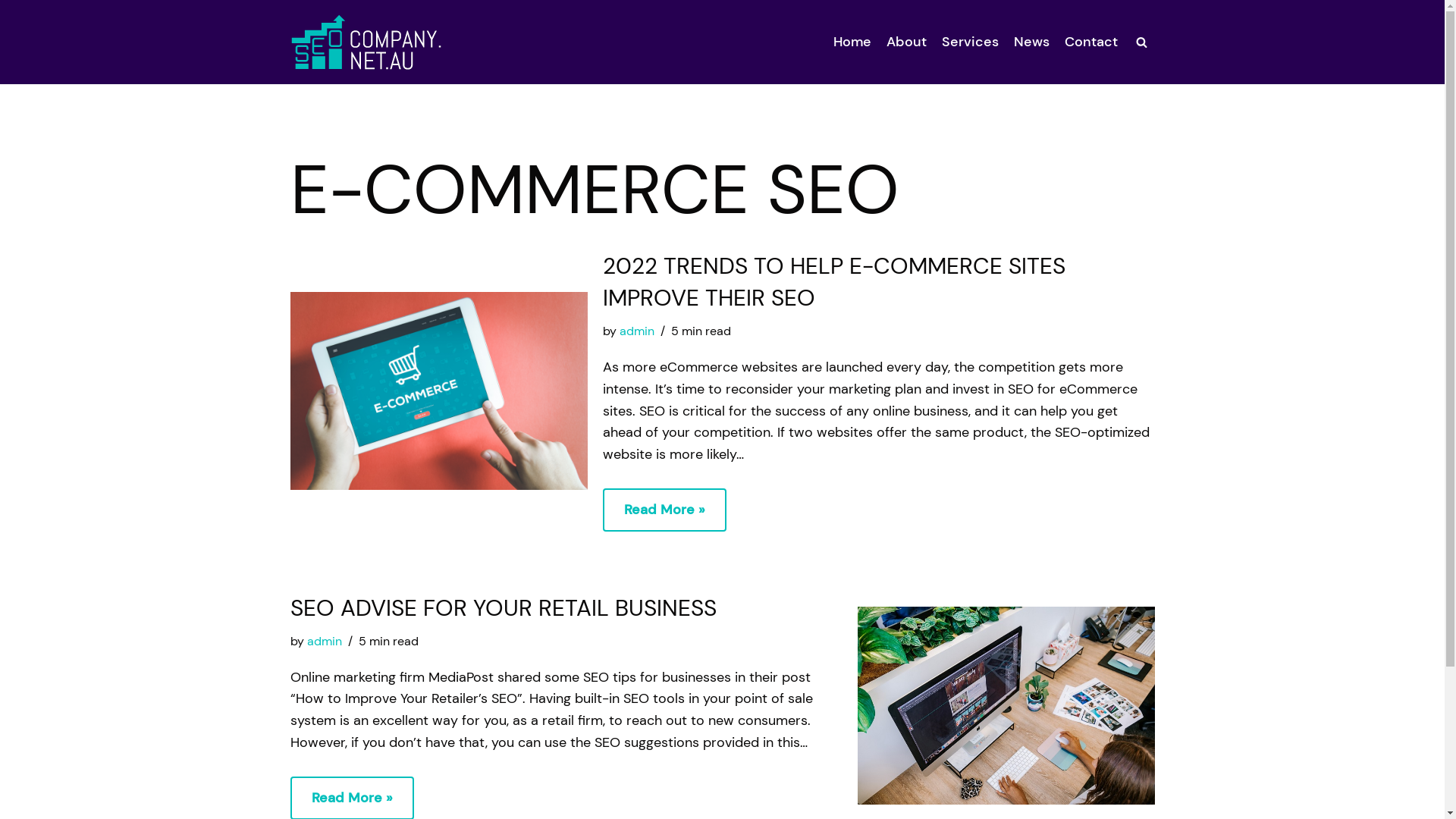 This screenshot has height=819, width=1456. I want to click on 'About', so click(885, 41).